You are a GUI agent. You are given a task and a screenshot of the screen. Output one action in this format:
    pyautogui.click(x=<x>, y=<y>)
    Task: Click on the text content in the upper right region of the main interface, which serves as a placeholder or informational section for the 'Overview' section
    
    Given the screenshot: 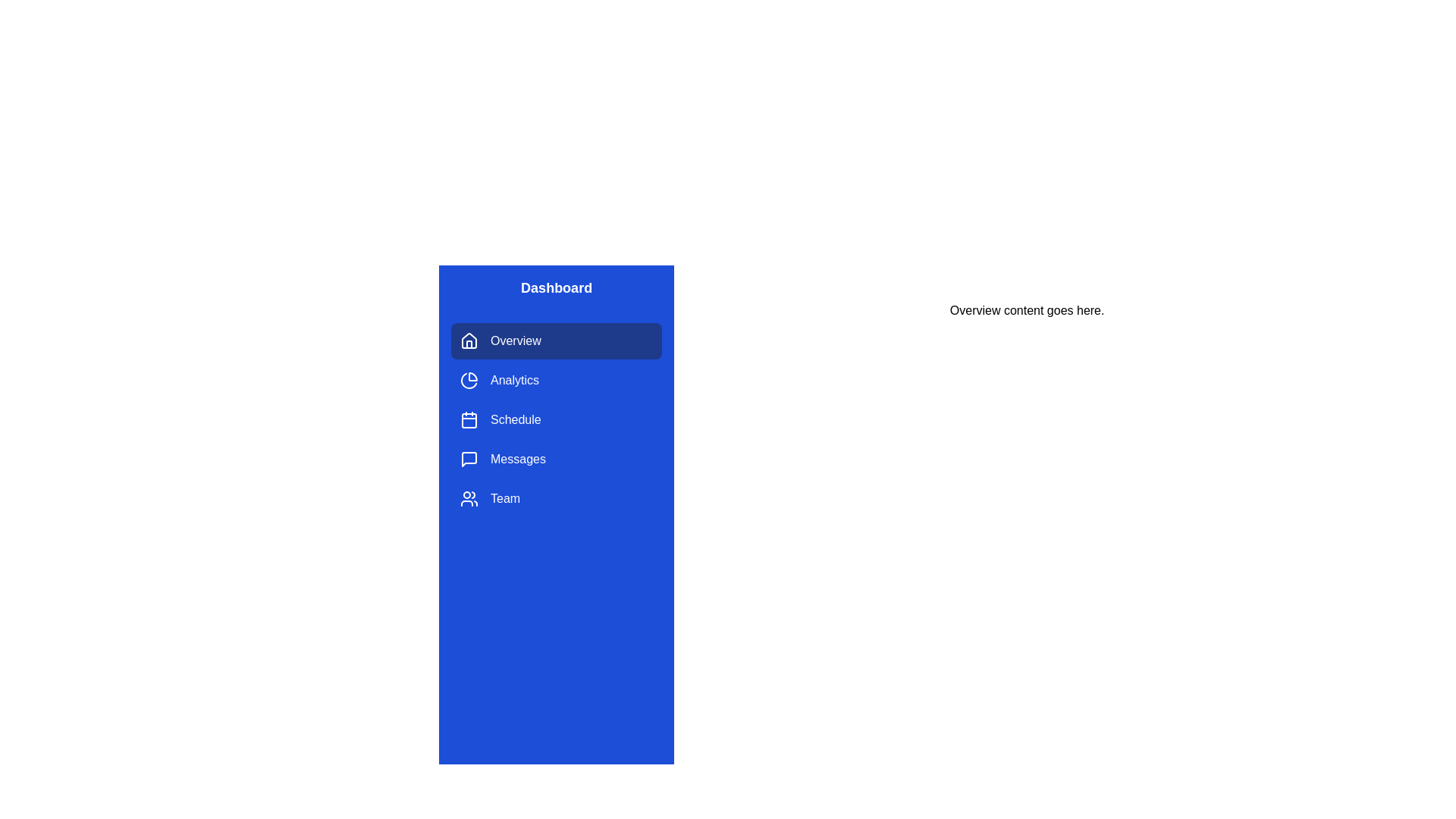 What is the action you would take?
    pyautogui.click(x=1027, y=309)
    